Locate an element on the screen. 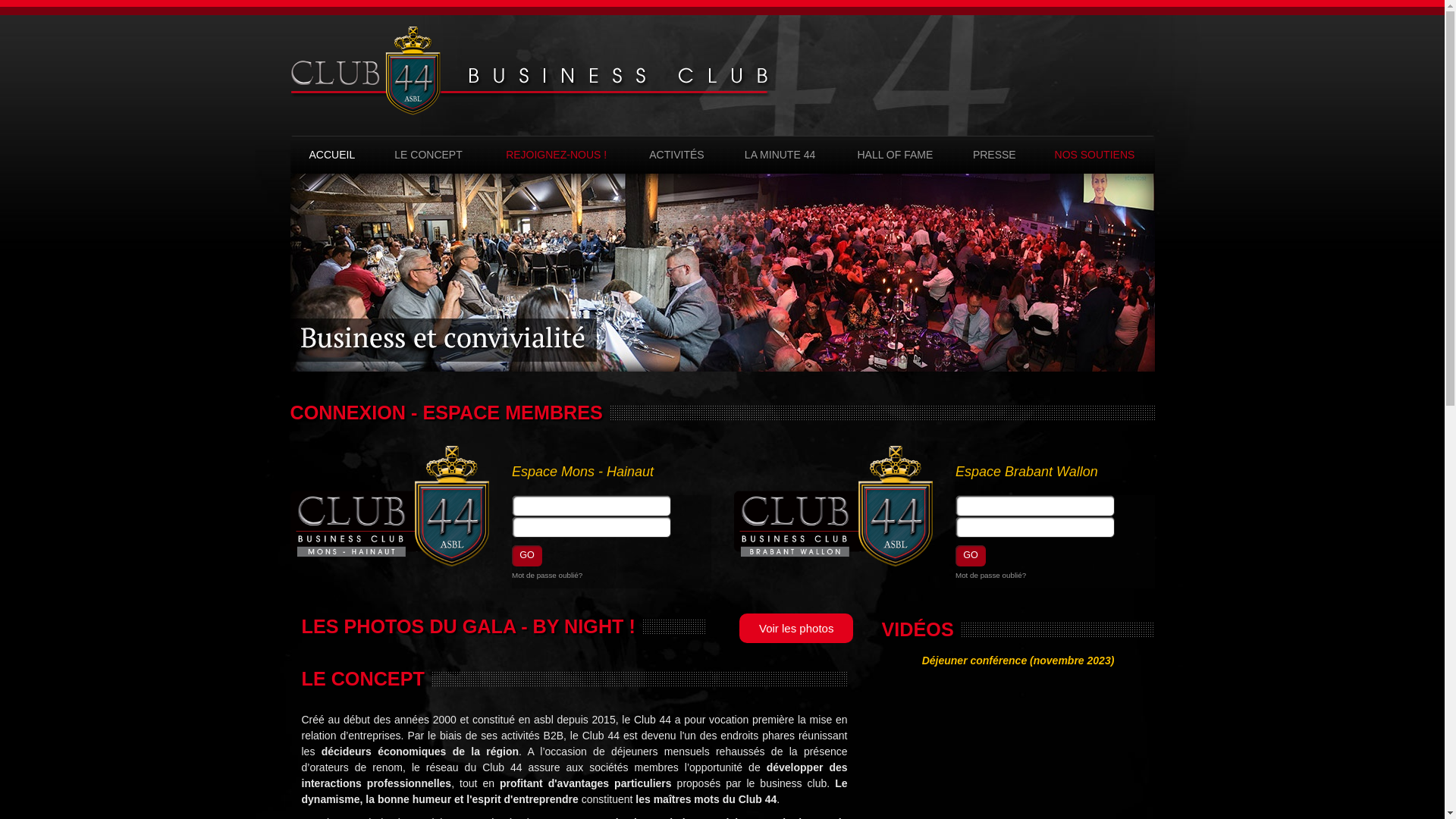 Image resolution: width=1456 pixels, height=819 pixels. 'Club 44 - Brabant Wallon' is located at coordinates (833, 506).